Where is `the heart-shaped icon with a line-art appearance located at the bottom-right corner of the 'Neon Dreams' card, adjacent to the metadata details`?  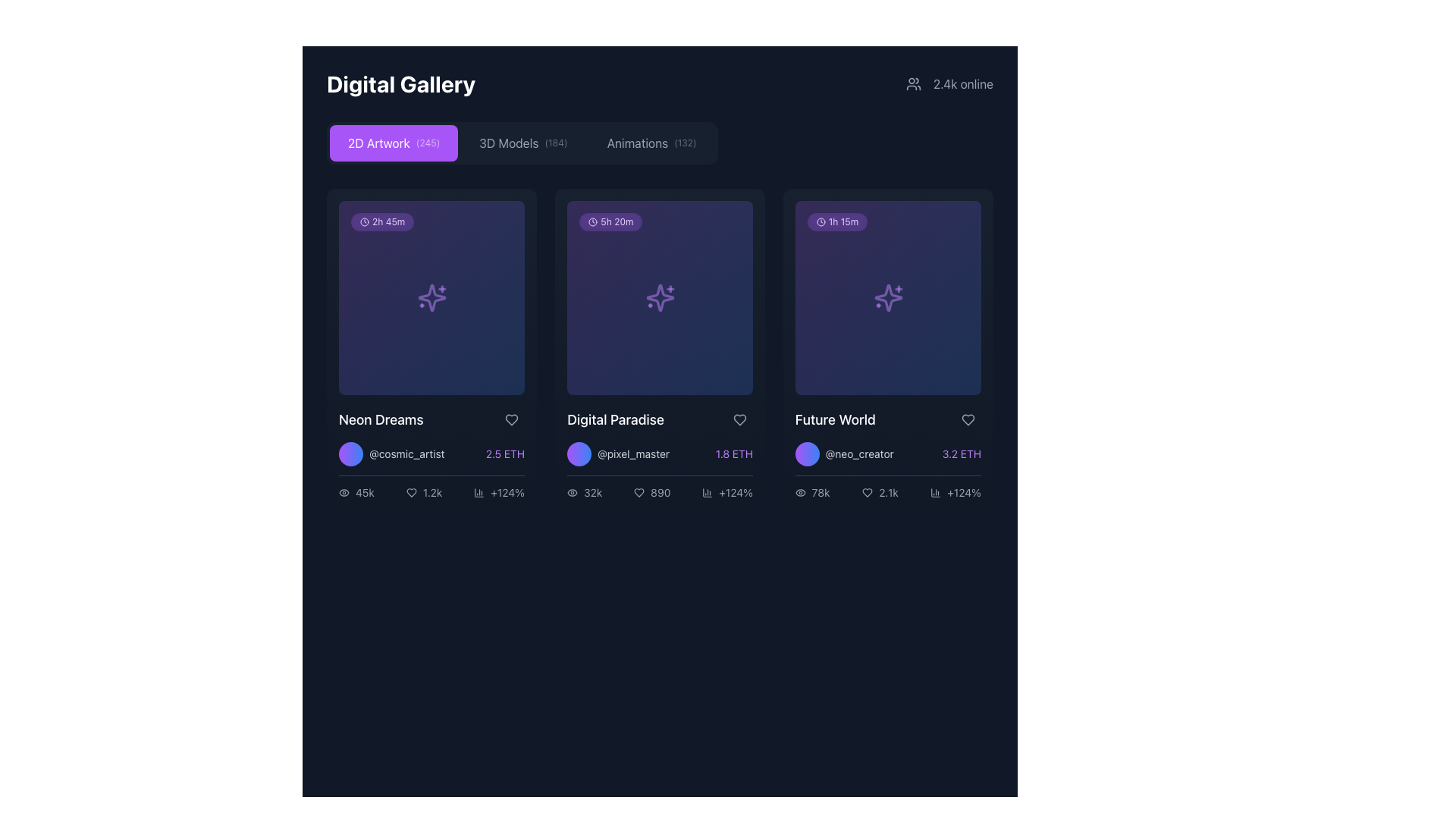 the heart-shaped icon with a line-art appearance located at the bottom-right corner of the 'Neon Dreams' card, adjacent to the metadata details is located at coordinates (512, 420).